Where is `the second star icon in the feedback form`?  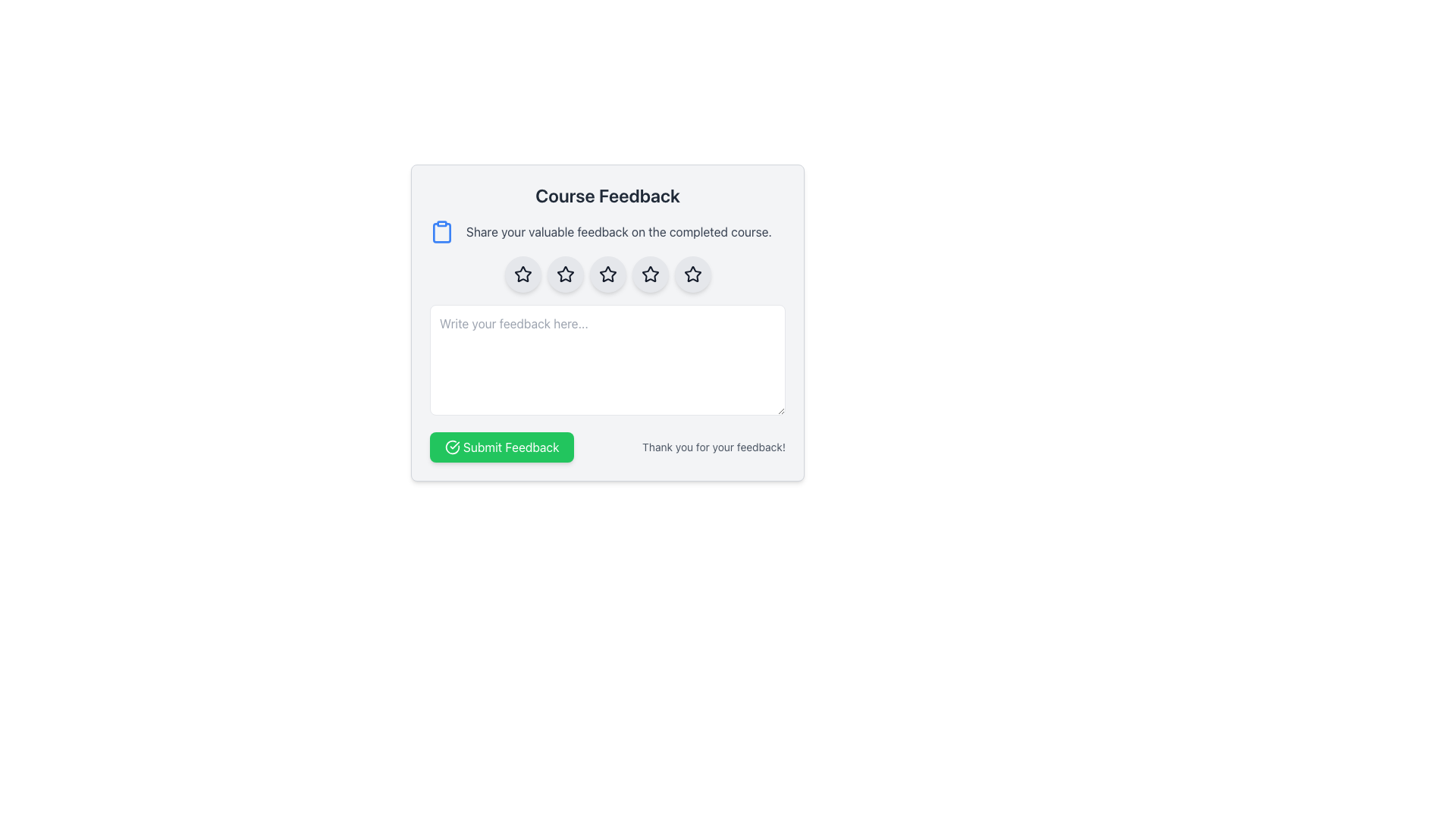
the second star icon in the feedback form is located at coordinates (564, 274).